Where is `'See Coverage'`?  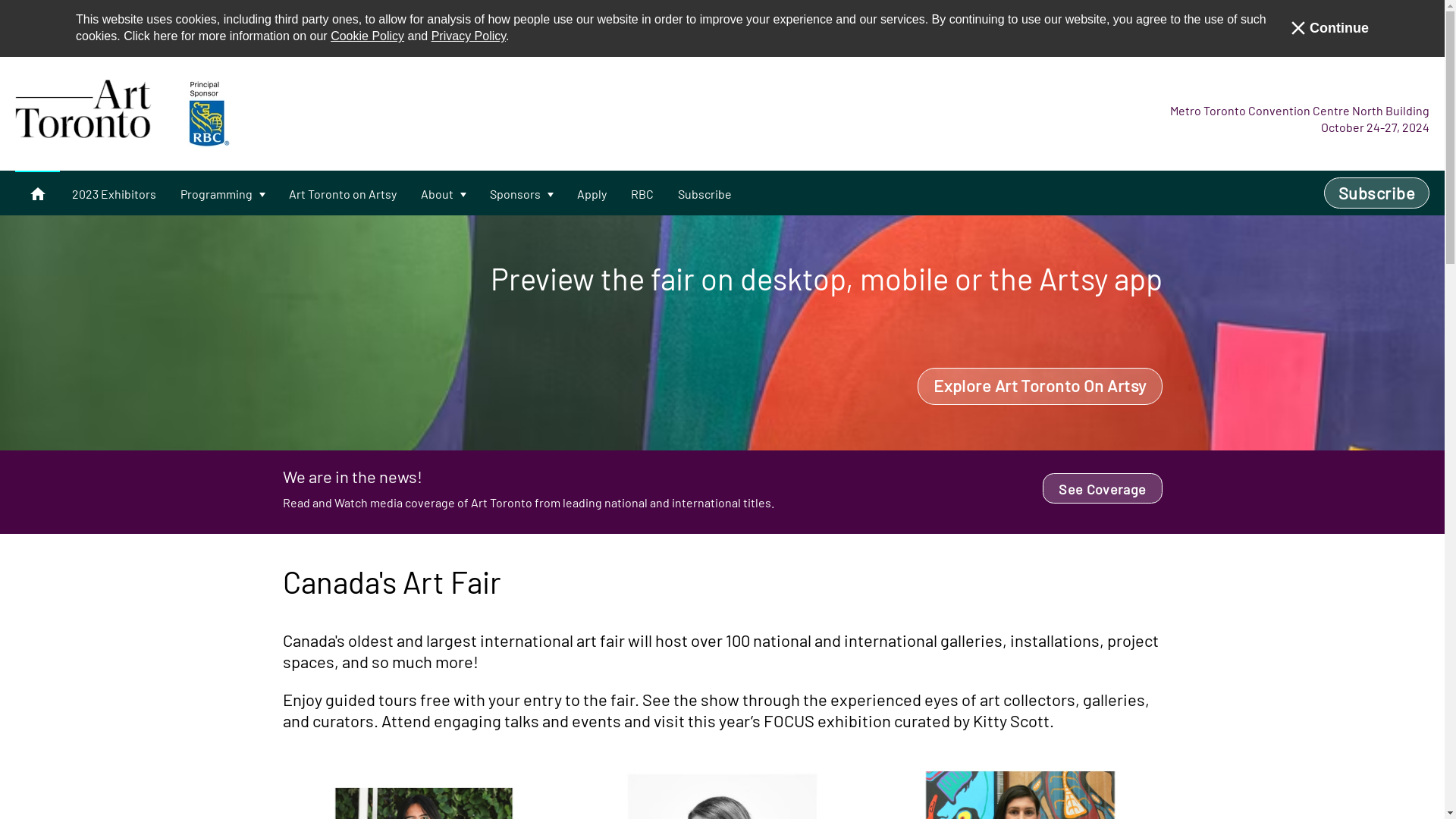
'See Coverage' is located at coordinates (1102, 488).